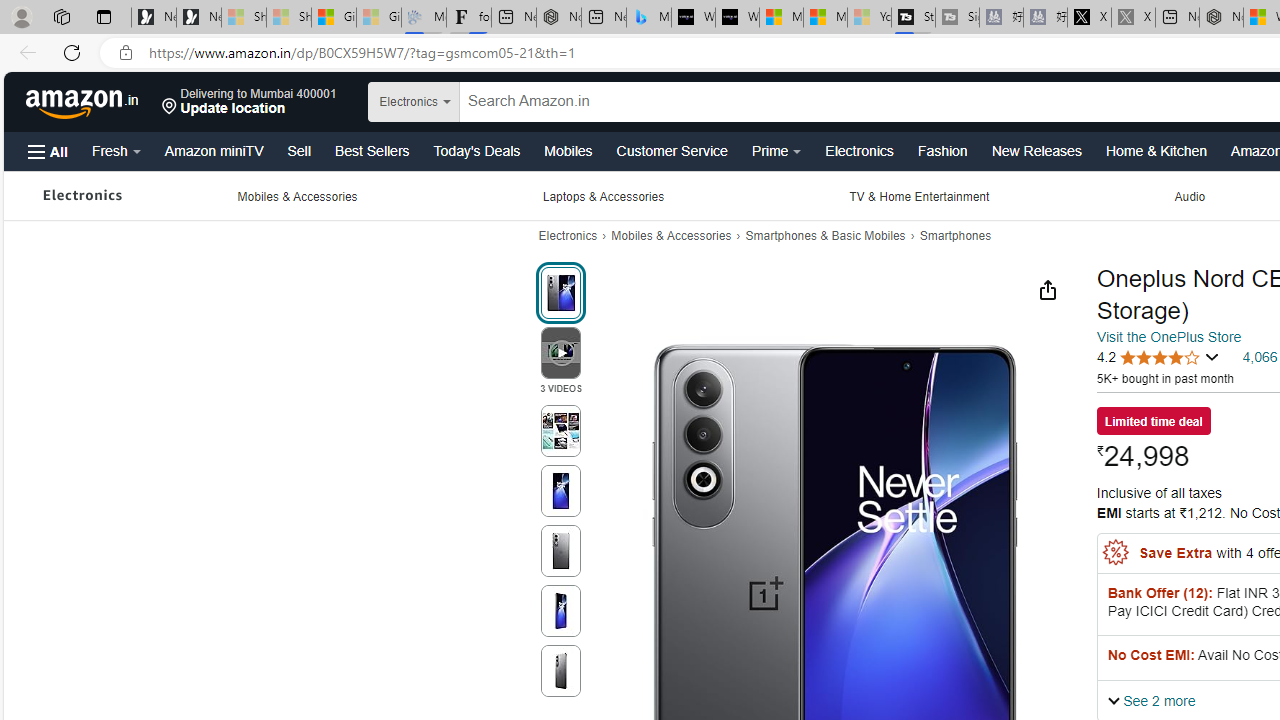 This screenshot has width=1280, height=720. Describe the element at coordinates (1046, 289) in the screenshot. I see `'Share'` at that location.